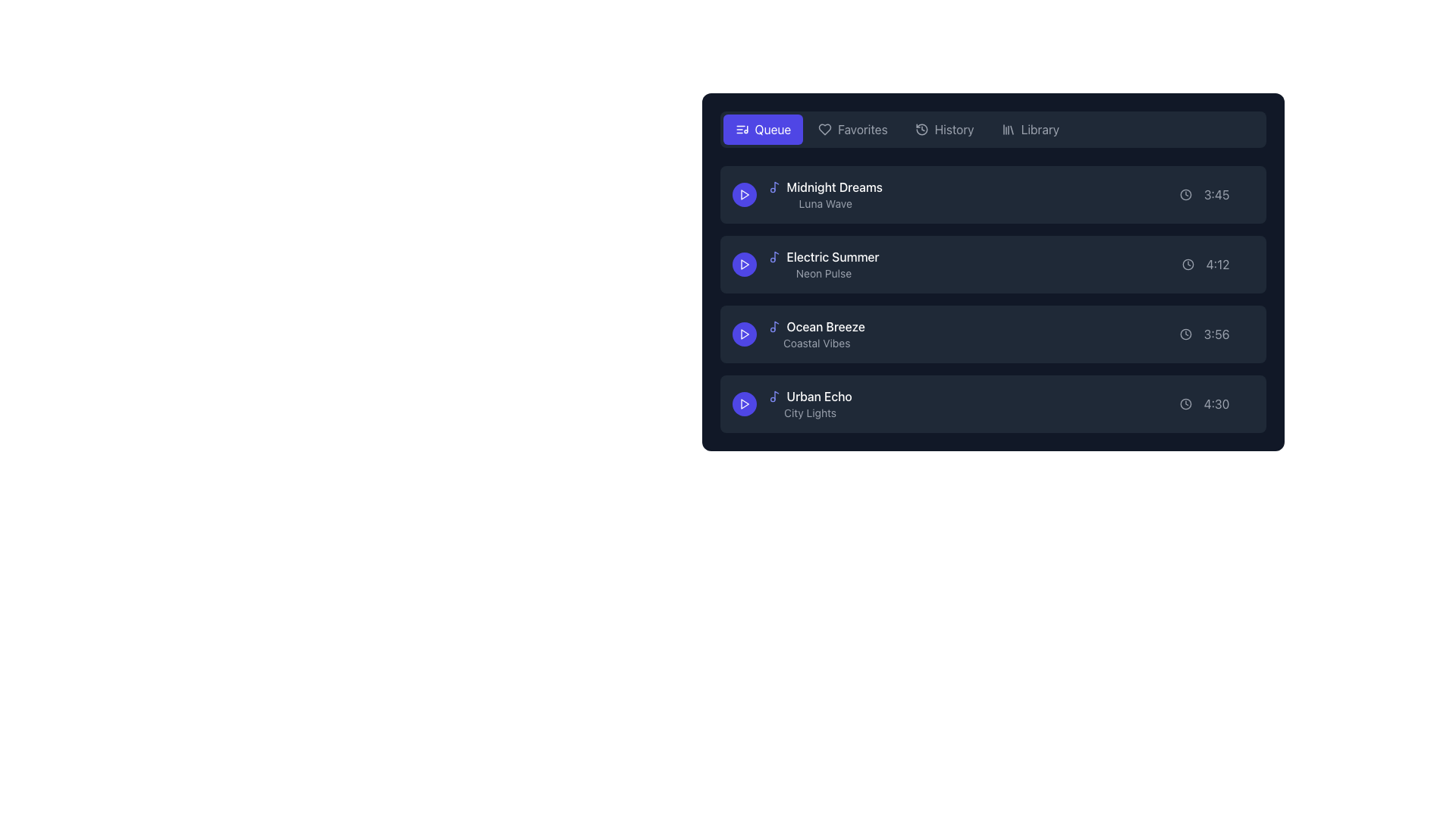 The width and height of the screenshot is (1456, 819). I want to click on the 'Favorites' text label in the navigation bar, so click(862, 128).